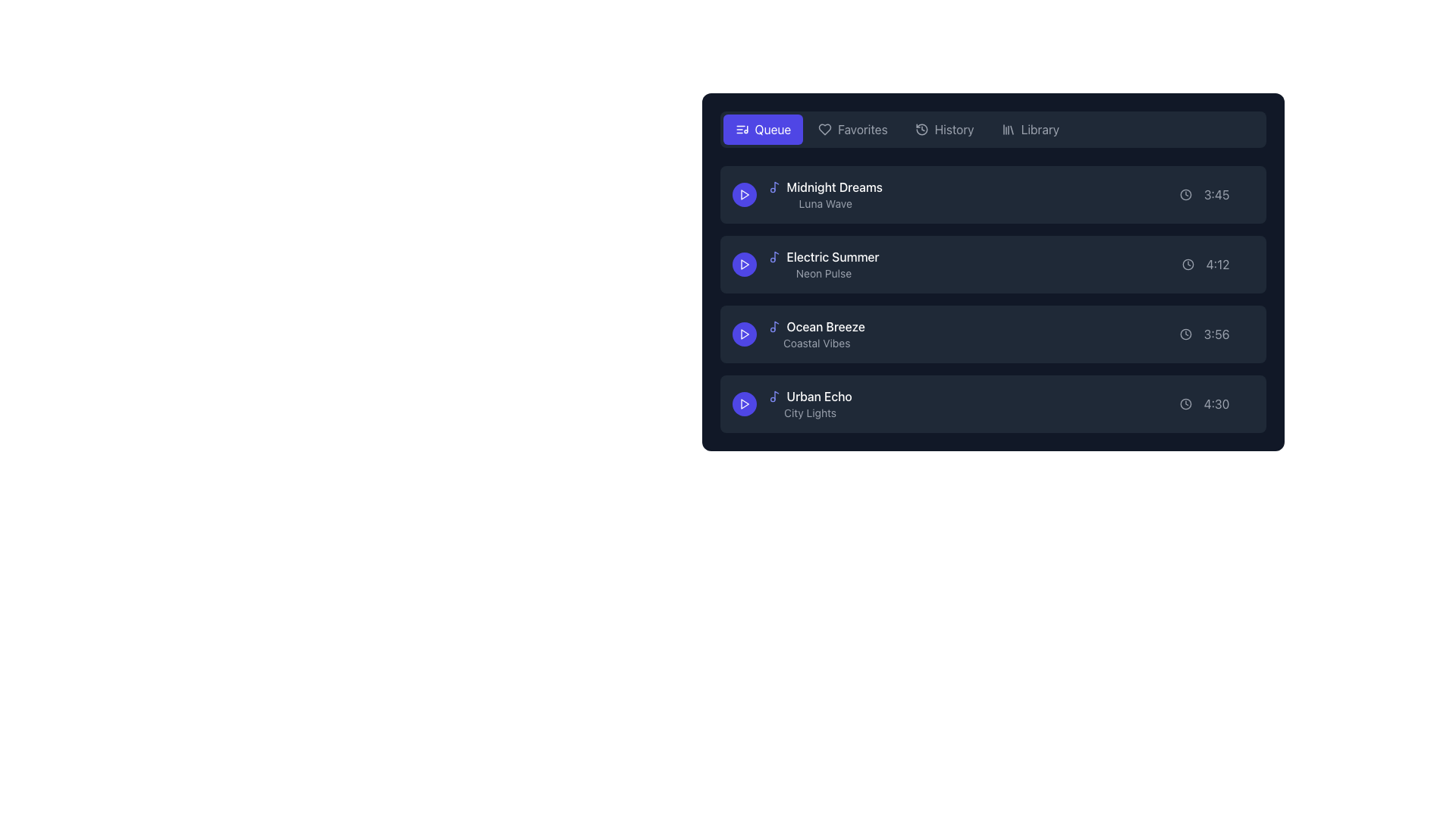 The width and height of the screenshot is (1456, 819). I want to click on the 'Favorites' text label in the navigation bar, so click(862, 128).